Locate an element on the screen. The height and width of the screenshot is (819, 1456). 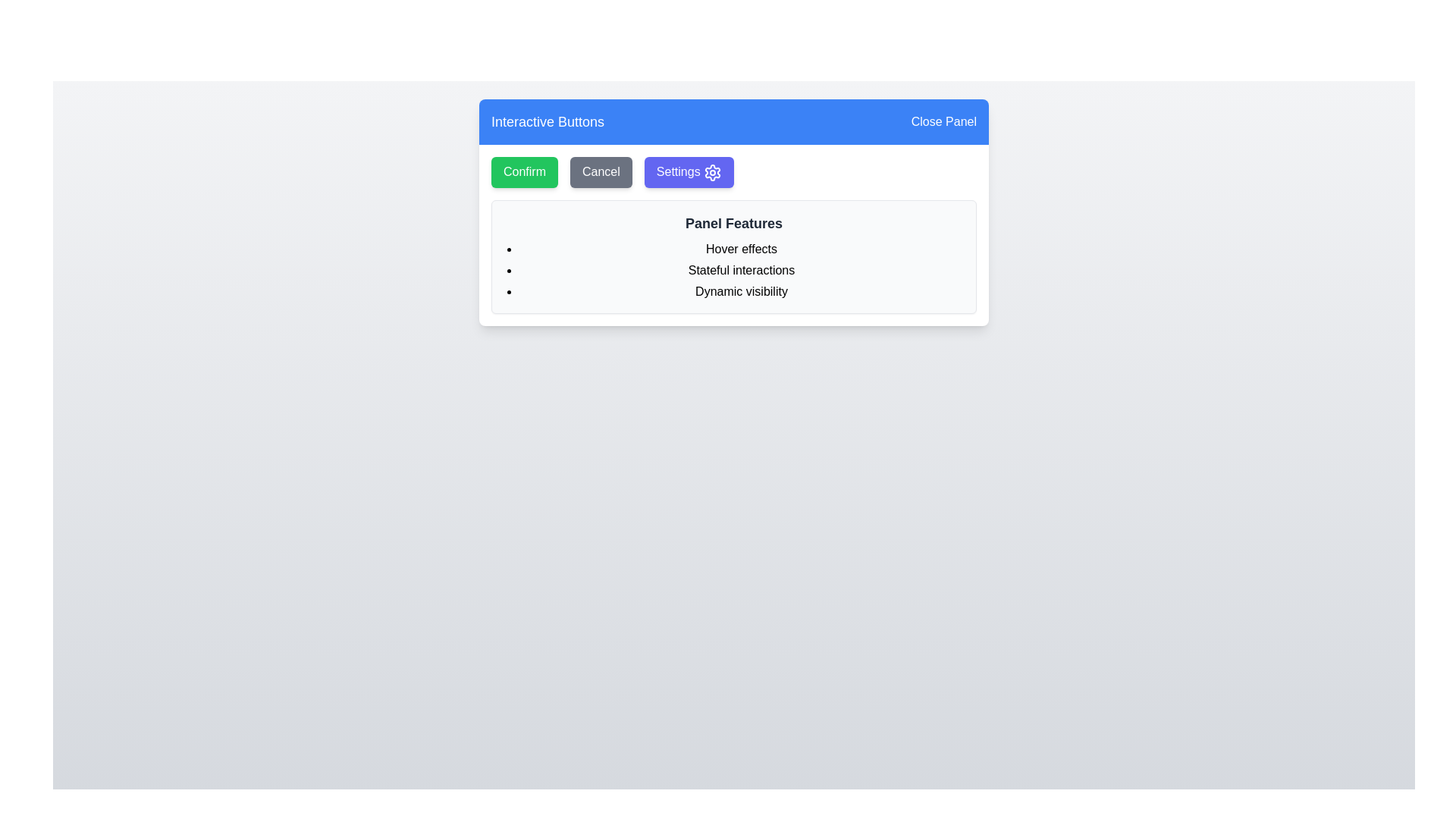
the 'Panel Features' element which displays a list of features or properties, centrally positioned below the buttons labeled 'Confirm', 'Cancel', and 'Settings' is located at coordinates (734, 256).